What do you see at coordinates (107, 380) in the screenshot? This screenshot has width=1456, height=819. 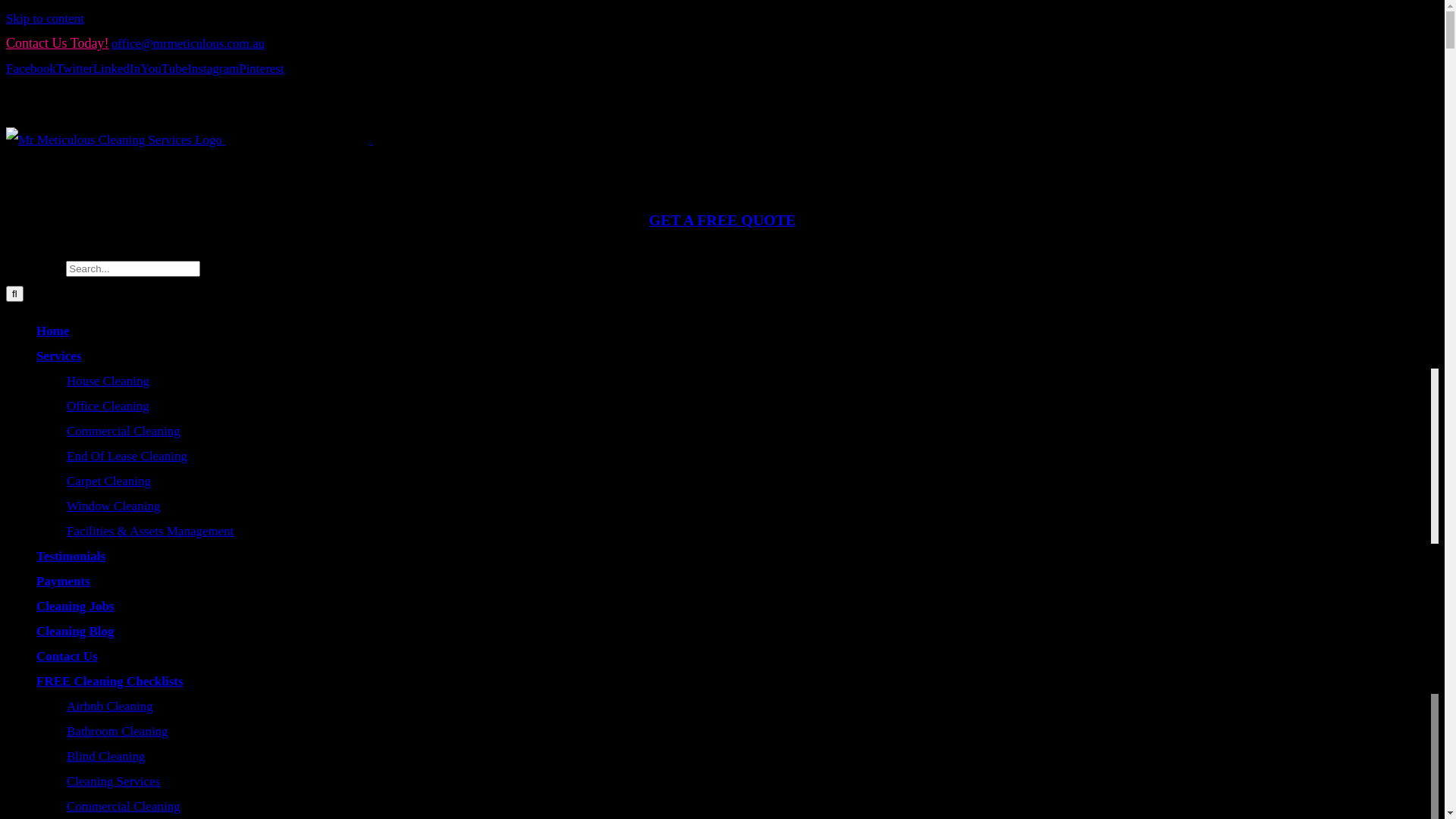 I see `'House Cleaning'` at bounding box center [107, 380].